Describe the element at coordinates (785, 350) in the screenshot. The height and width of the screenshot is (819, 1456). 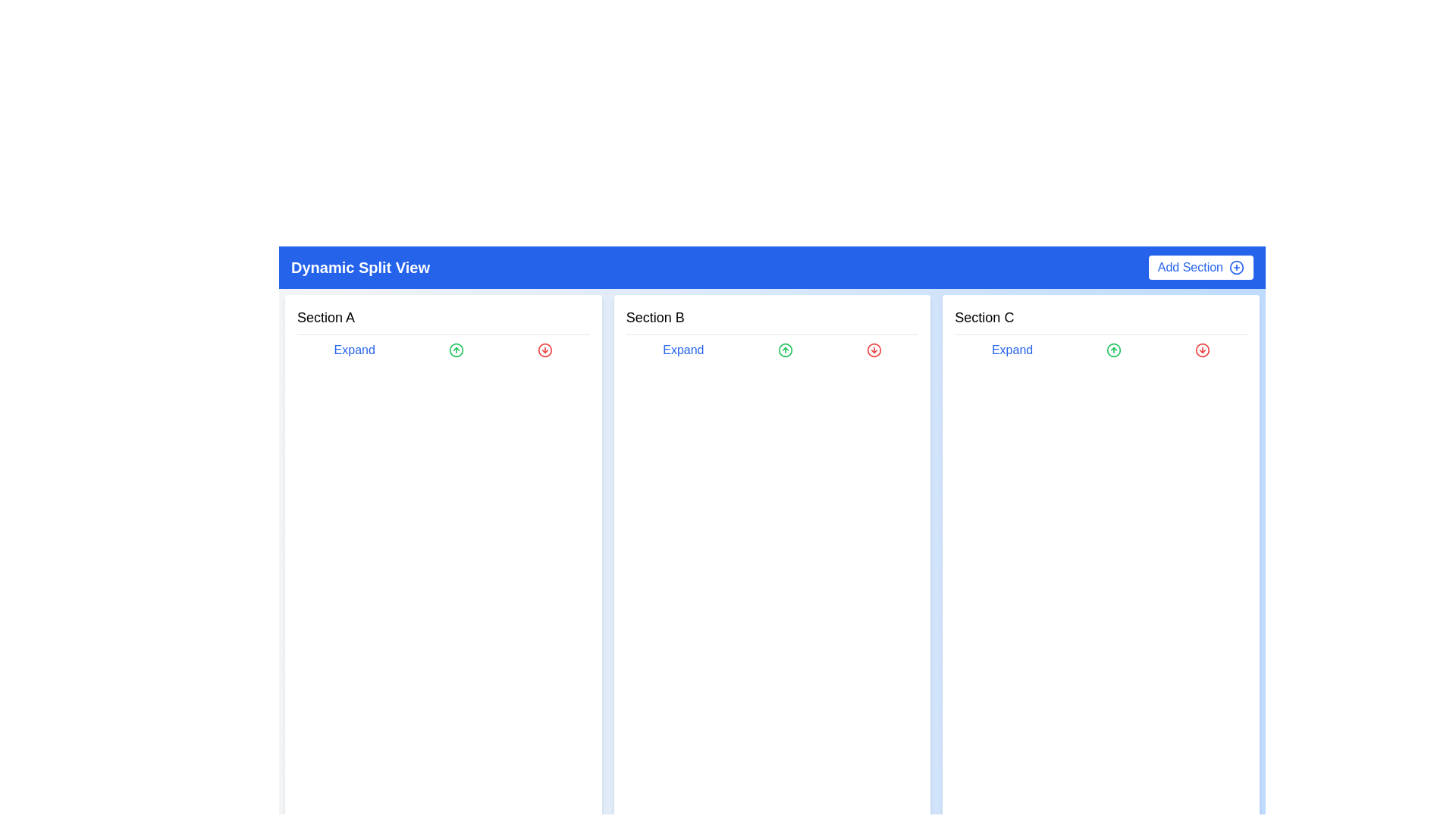
I see `the icon button in Section B that represents an action to move something upward, located between the 'Expand' text and a red-colored down arrow icon` at that location.